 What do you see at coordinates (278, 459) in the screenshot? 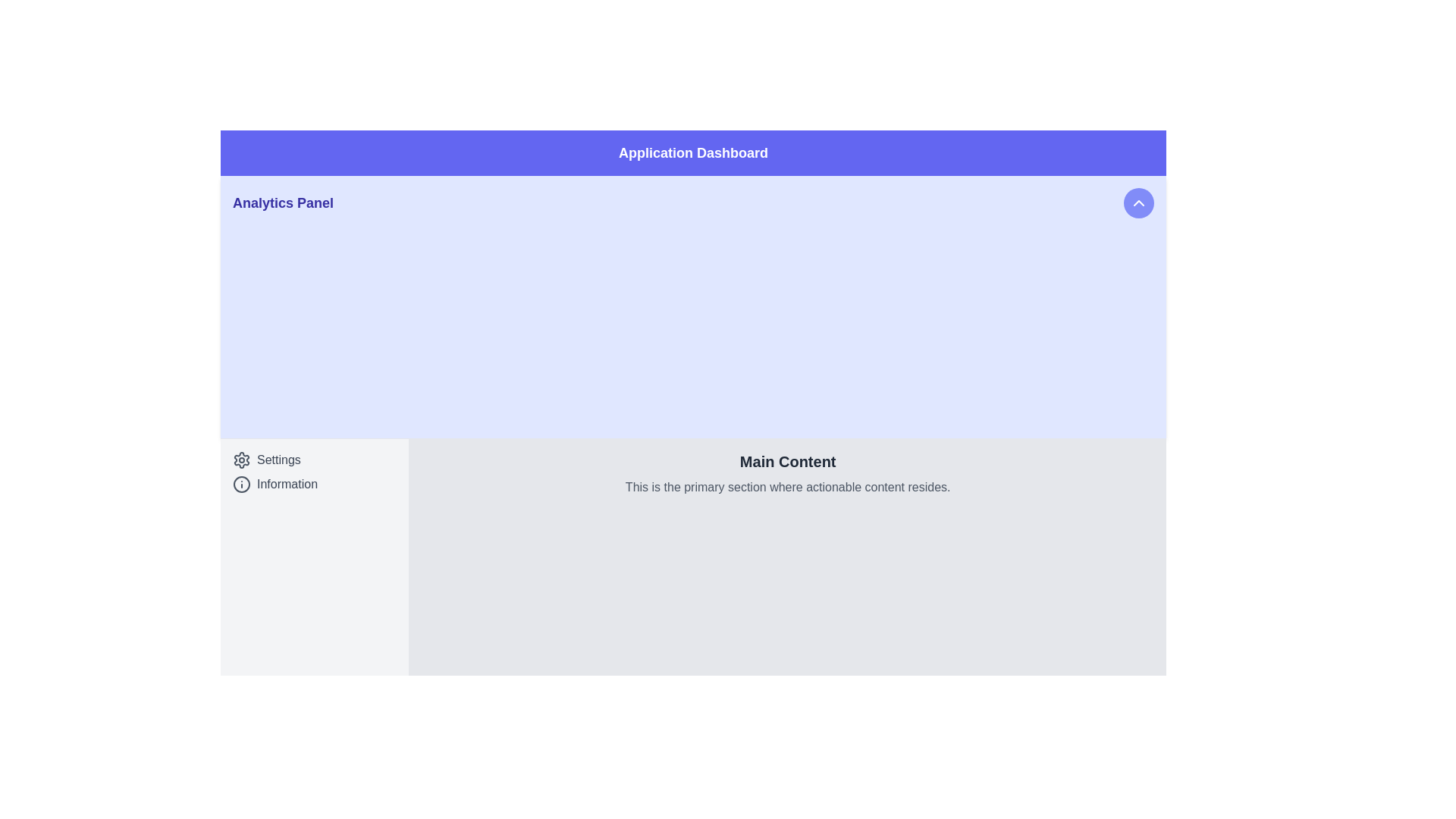
I see `text label displaying 'Settings' which is styled in gray and located in the lower left section of the interface, next to a gear-shaped icon` at bounding box center [278, 459].